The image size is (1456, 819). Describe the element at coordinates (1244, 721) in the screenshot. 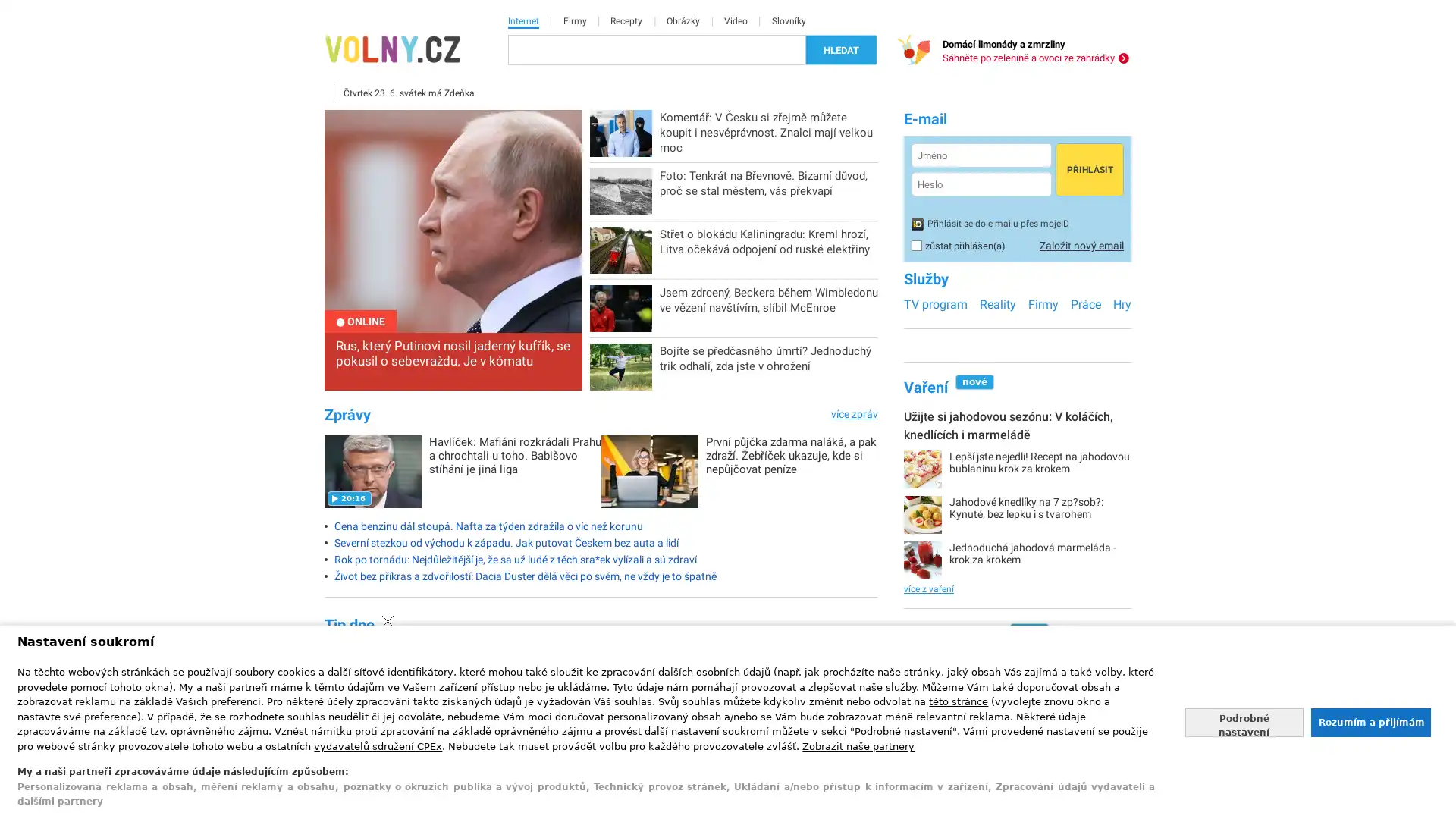

I see `Nastavte sve souhlasy` at that location.